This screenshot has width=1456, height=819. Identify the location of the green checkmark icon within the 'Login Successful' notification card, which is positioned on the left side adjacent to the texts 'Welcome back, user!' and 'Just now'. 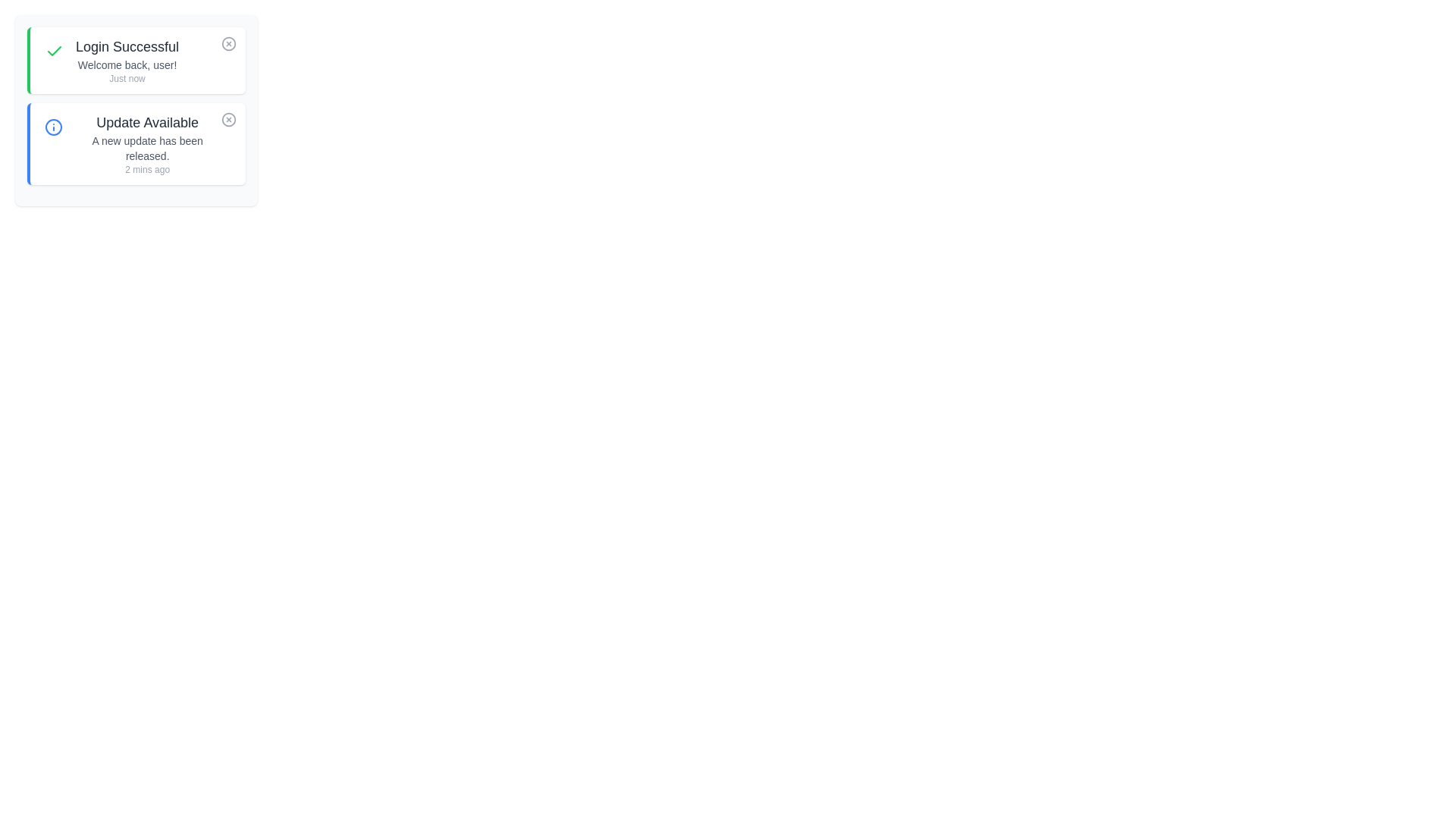
(55, 51).